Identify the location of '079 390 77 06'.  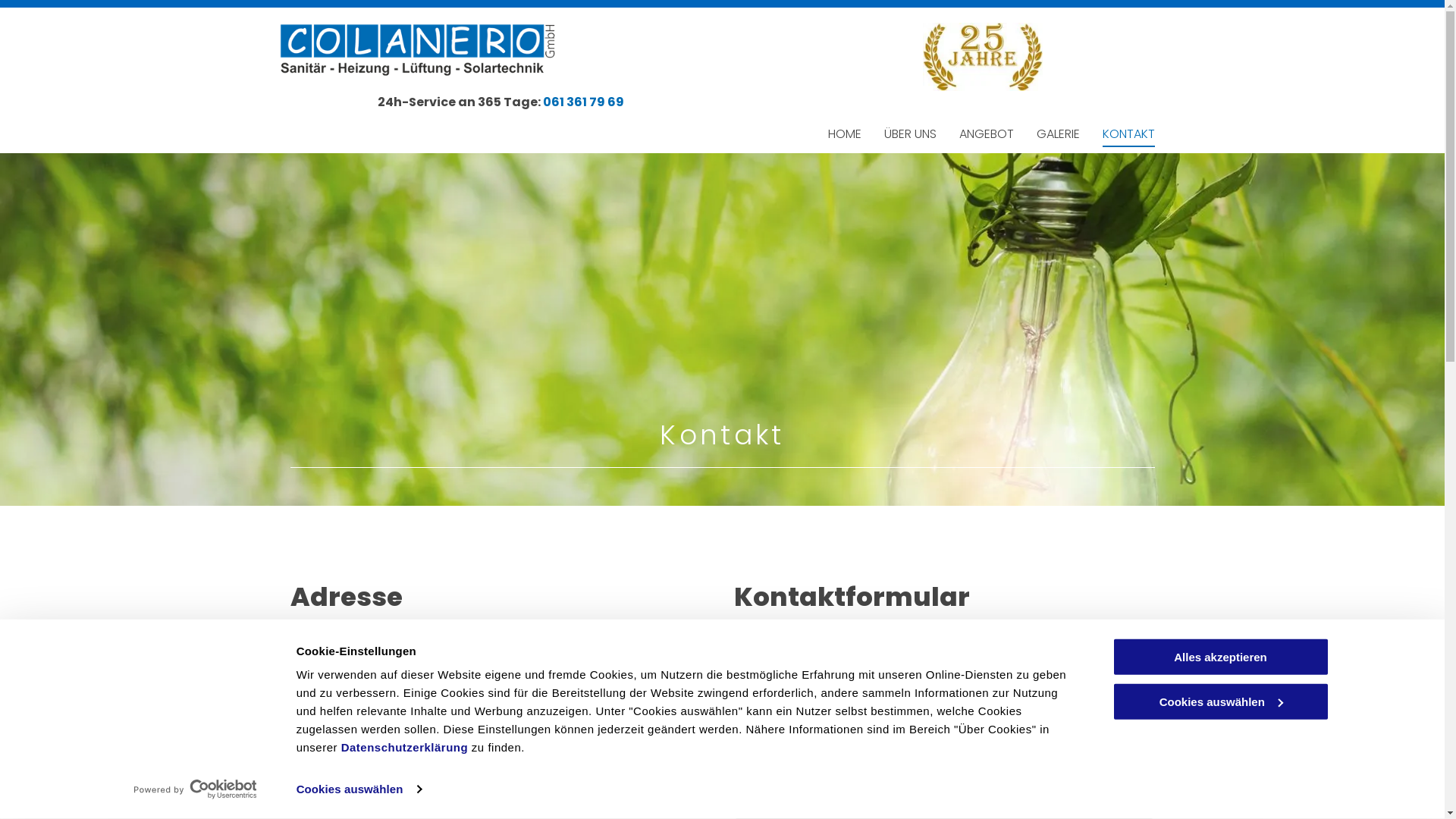
(345, 767).